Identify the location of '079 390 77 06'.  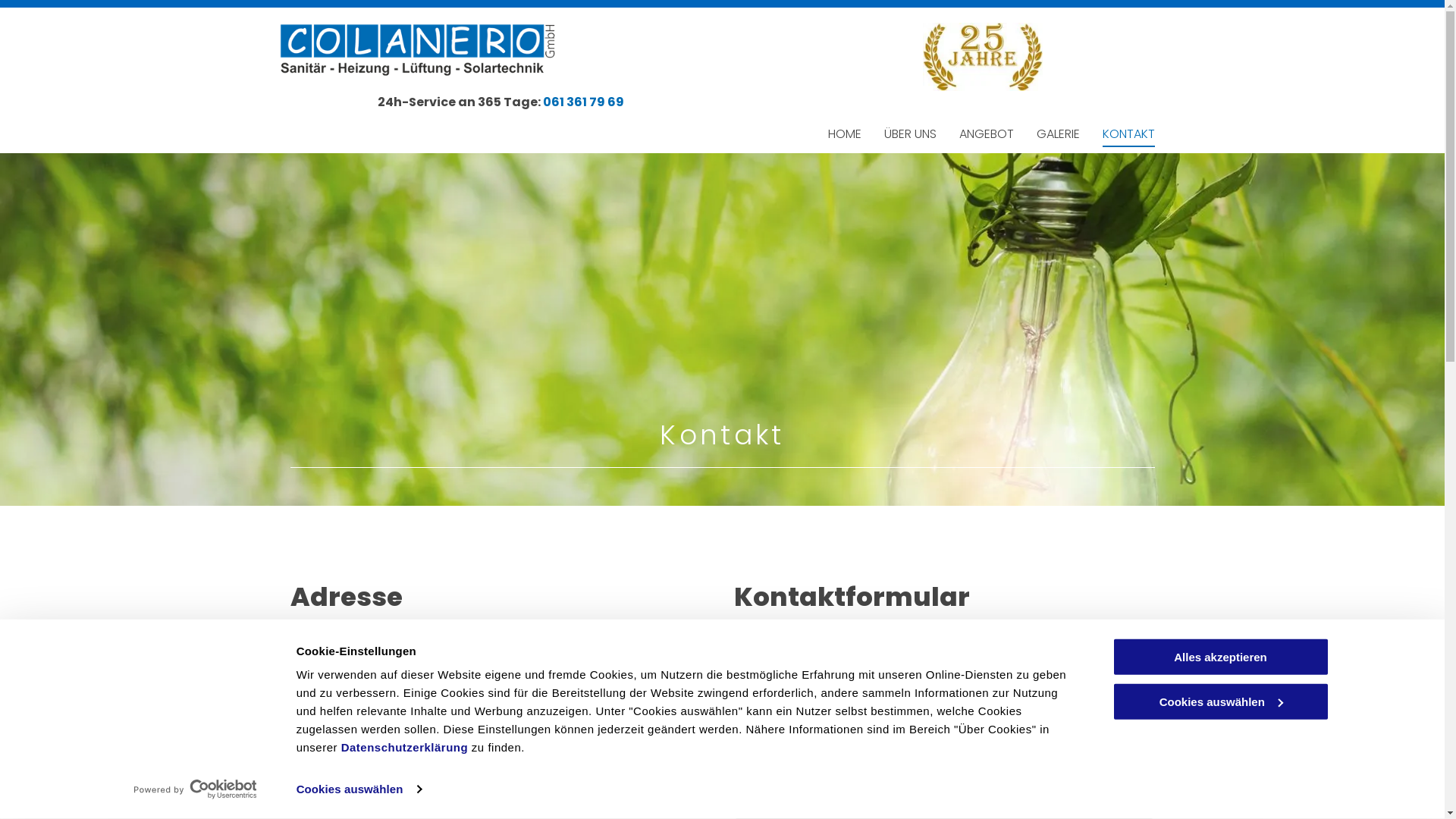
(345, 767).